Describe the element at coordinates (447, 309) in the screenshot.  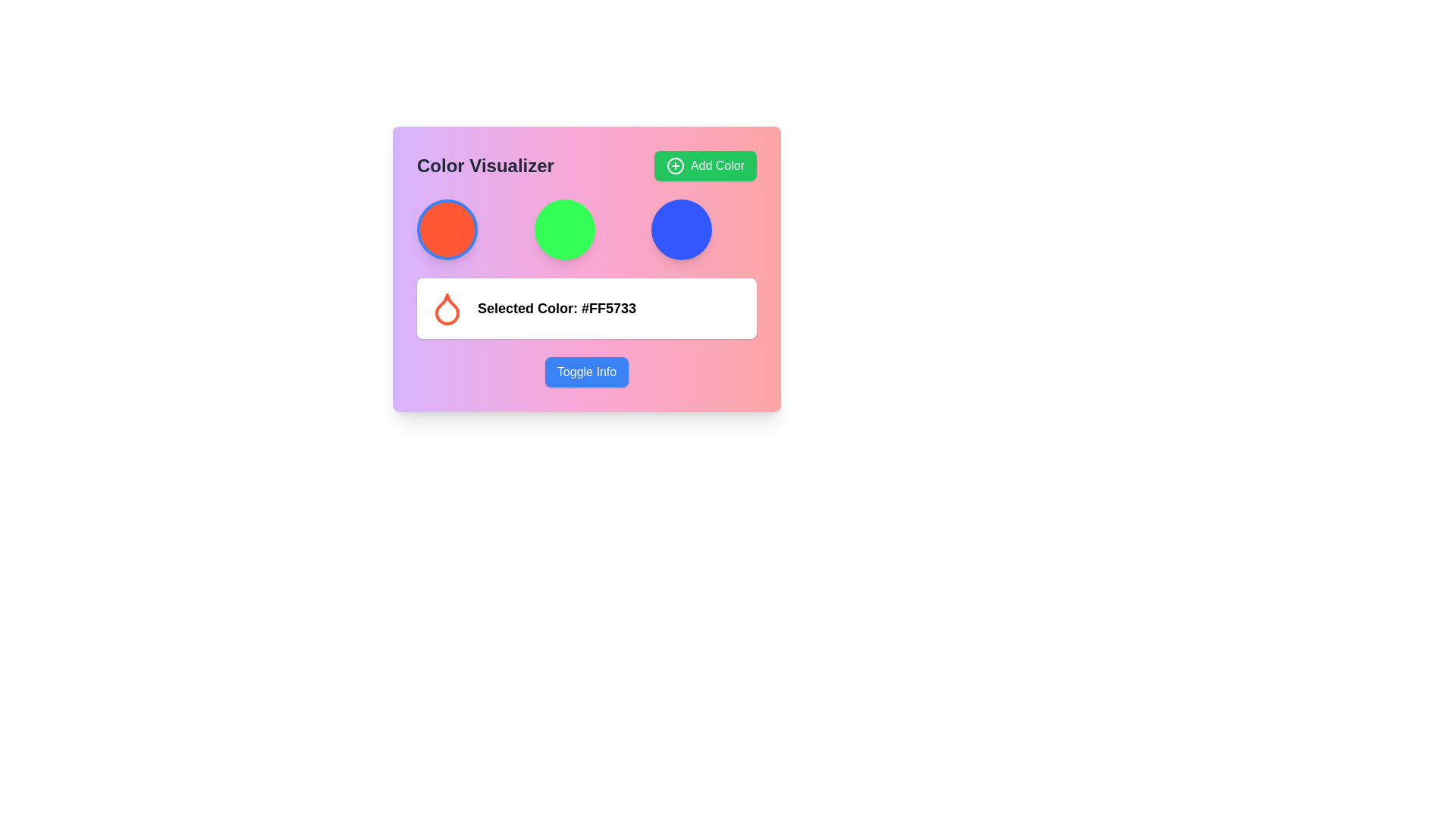
I see `the red teardrop-shaped icon located adjacent to the text 'Selected Color: #FF5733' in the lower half of the interface` at that location.